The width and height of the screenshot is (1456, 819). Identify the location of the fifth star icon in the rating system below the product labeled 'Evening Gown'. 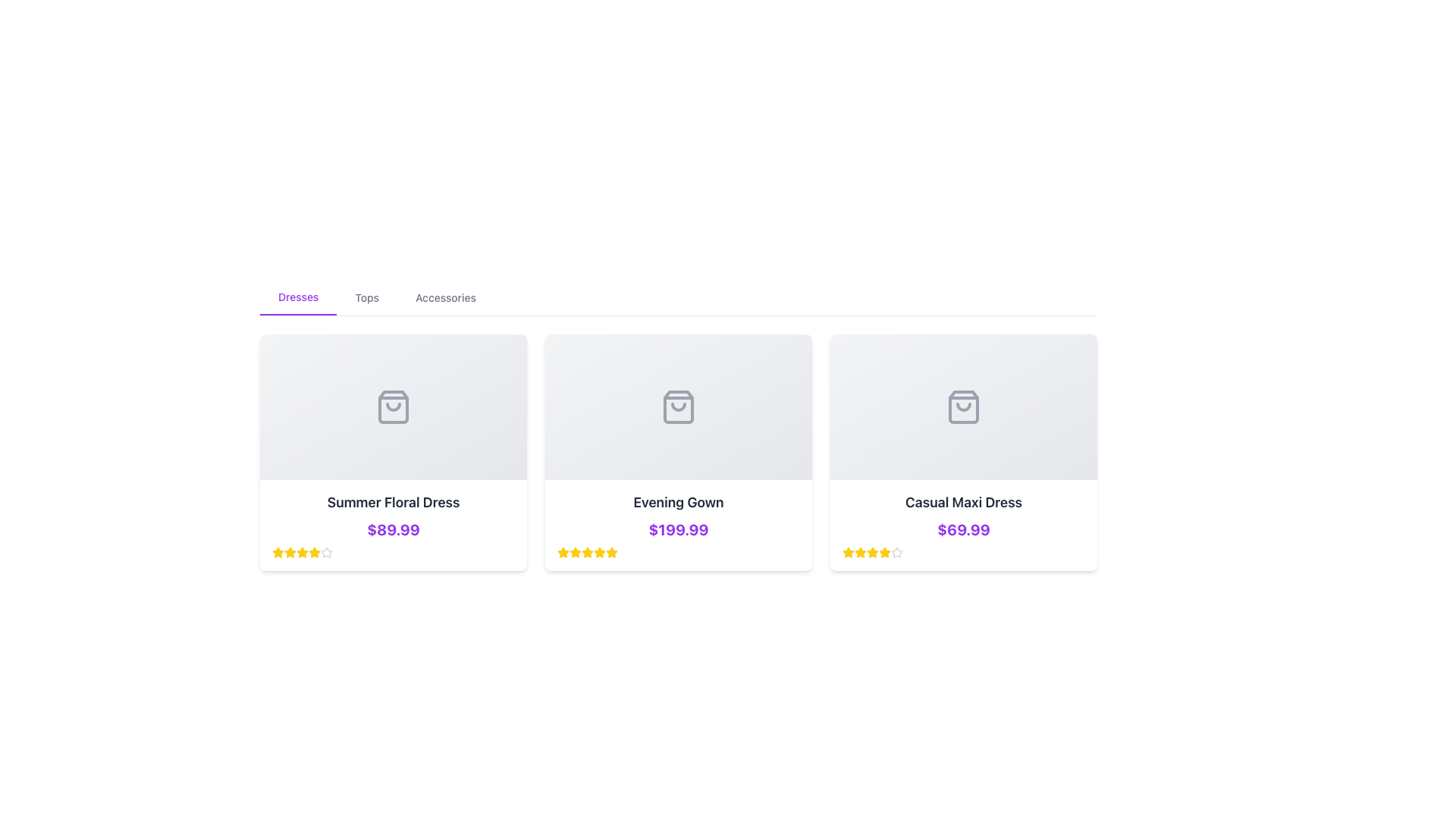
(586, 553).